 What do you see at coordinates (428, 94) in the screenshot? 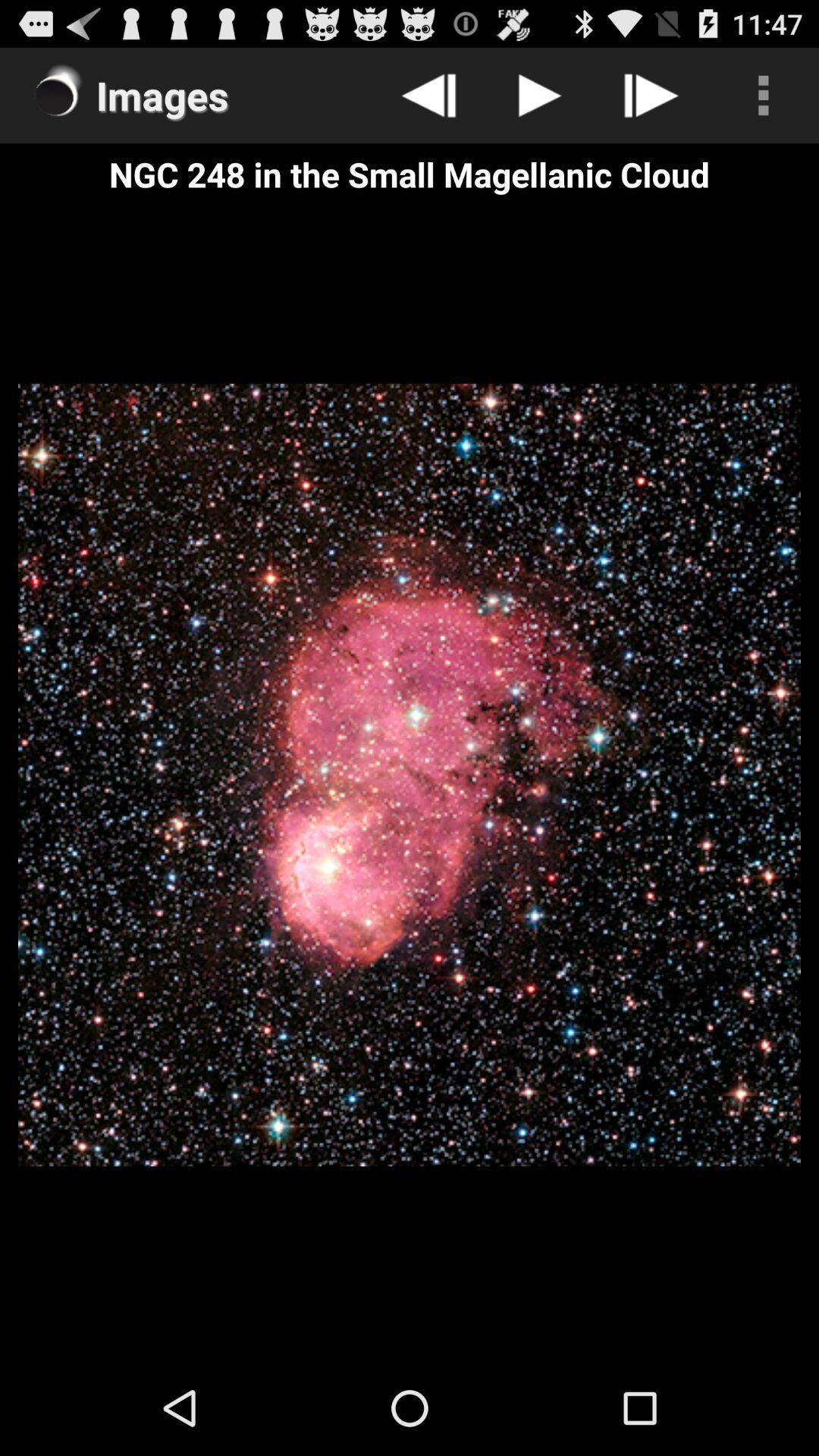
I see `go back` at bounding box center [428, 94].